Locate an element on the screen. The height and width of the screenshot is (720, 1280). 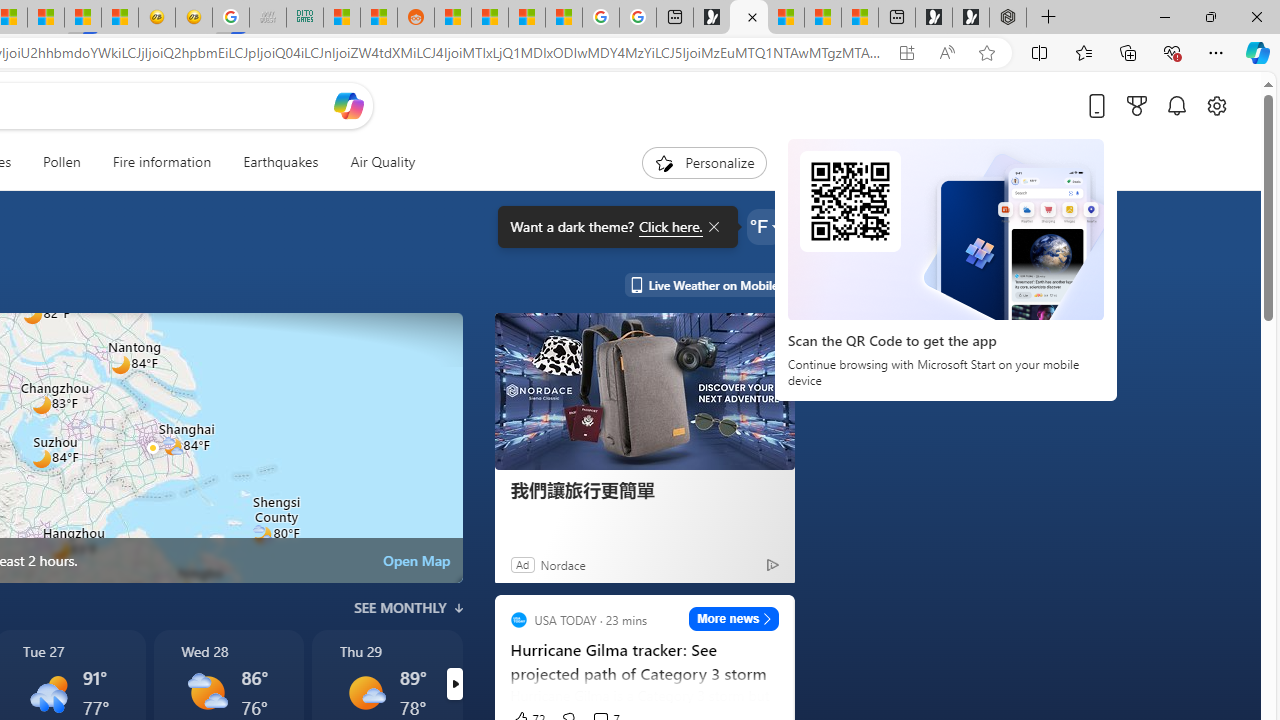
'Air Quality' is located at coordinates (382, 162).